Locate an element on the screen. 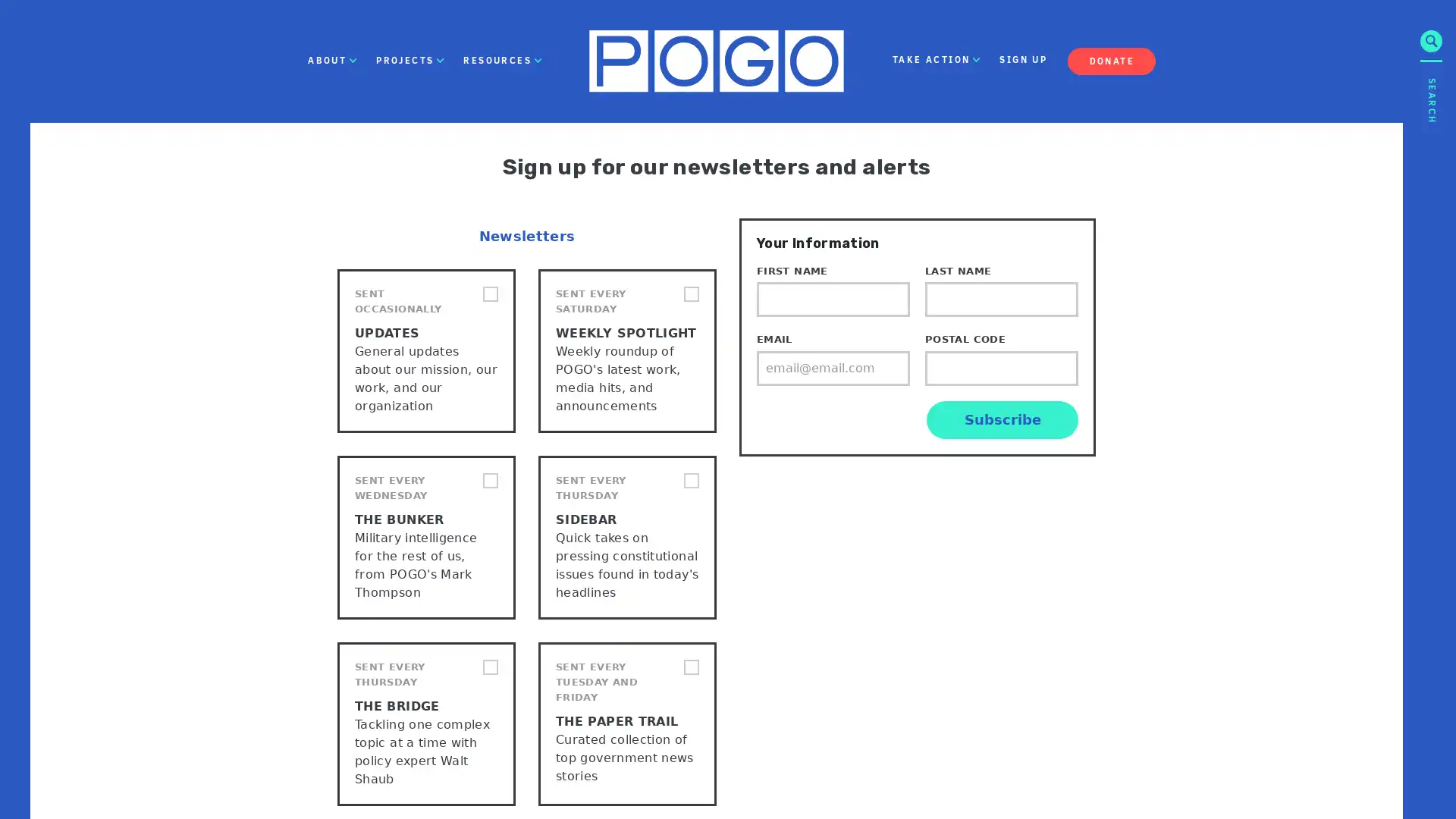 The width and height of the screenshot is (1456, 819). ABOUT is located at coordinates (331, 60).